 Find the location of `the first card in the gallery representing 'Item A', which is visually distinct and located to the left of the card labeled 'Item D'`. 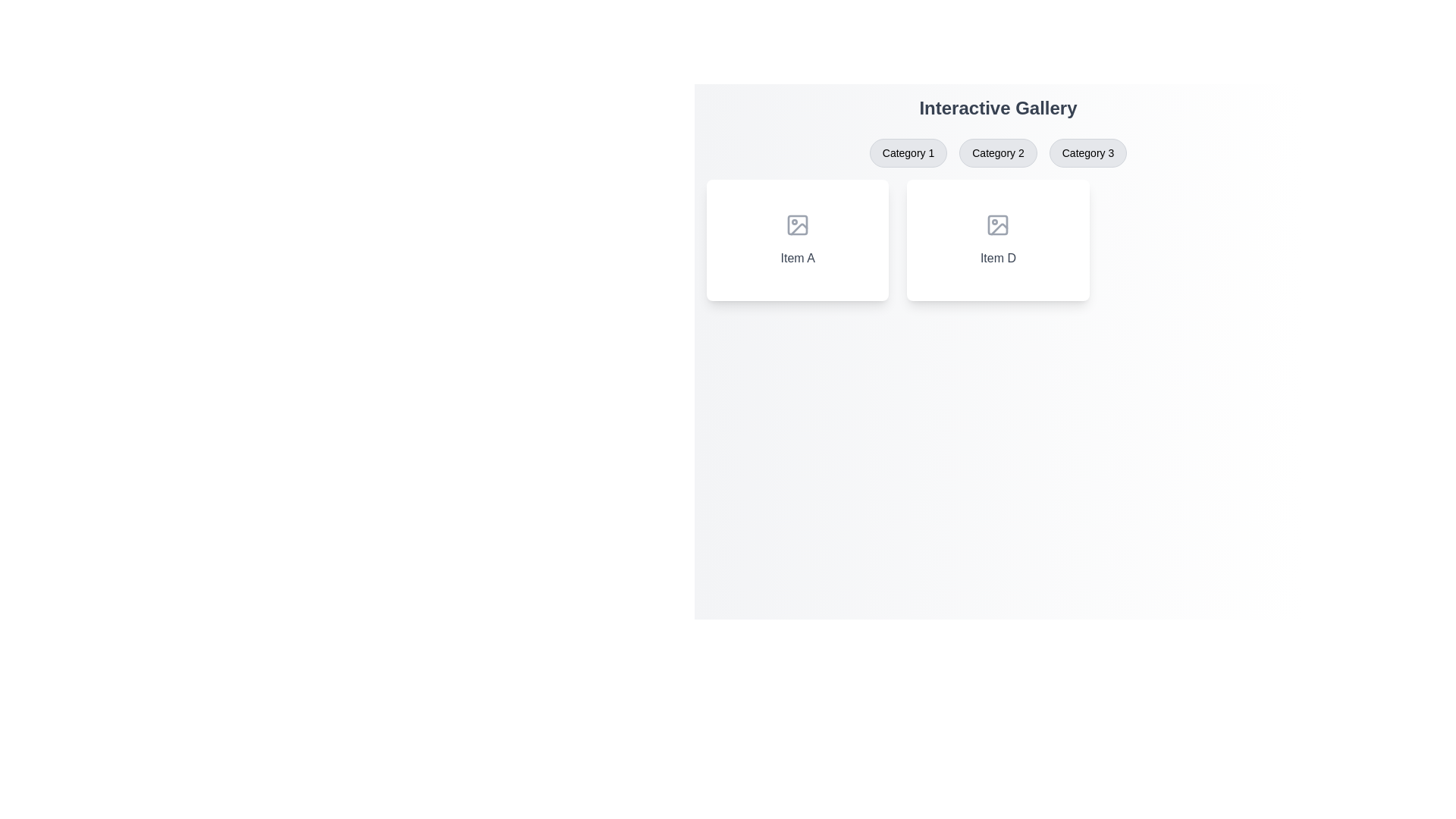

the first card in the gallery representing 'Item A', which is visually distinct and located to the left of the card labeled 'Item D' is located at coordinates (797, 239).